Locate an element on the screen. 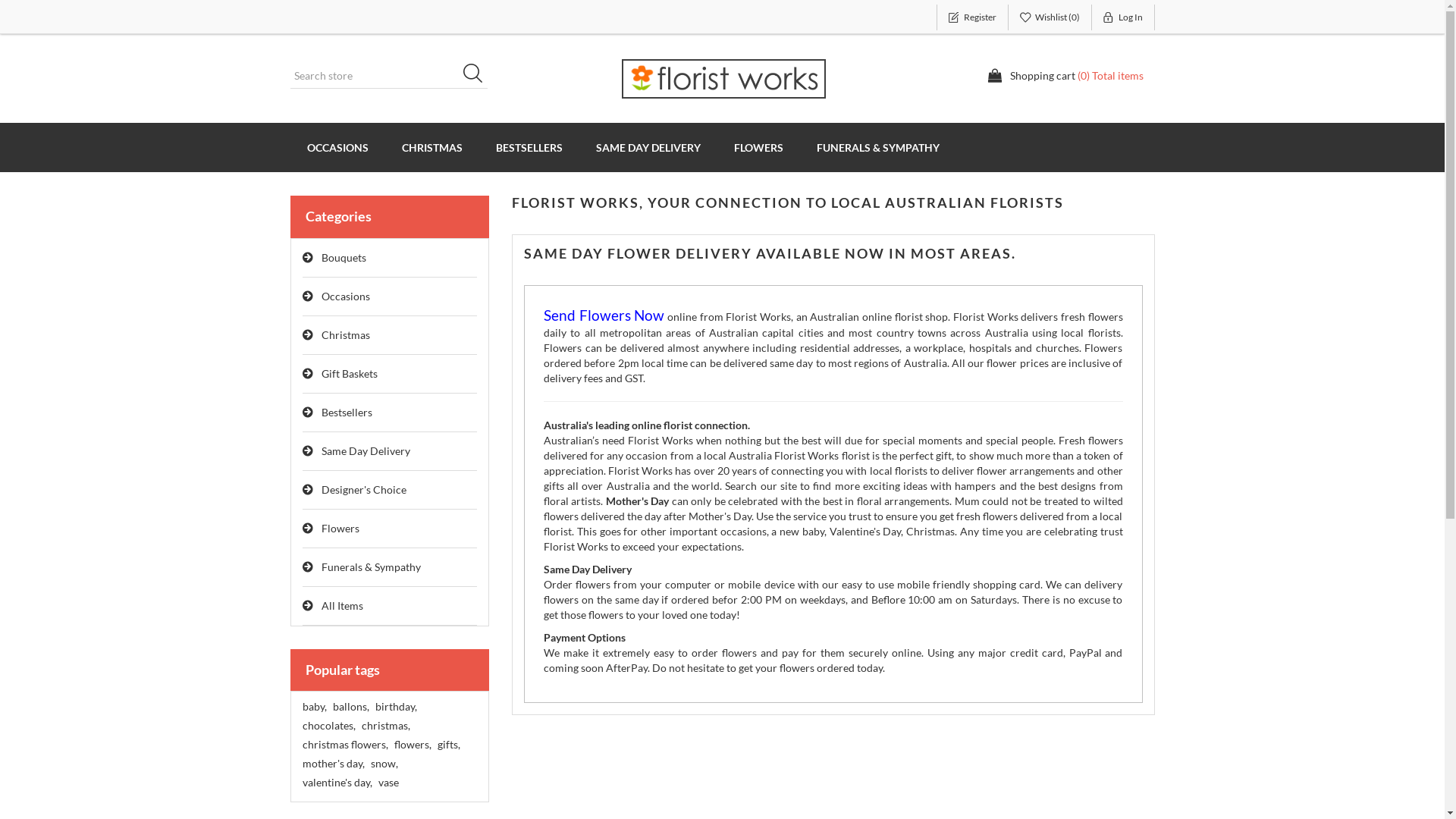  'Christmas' is located at coordinates (302, 334).